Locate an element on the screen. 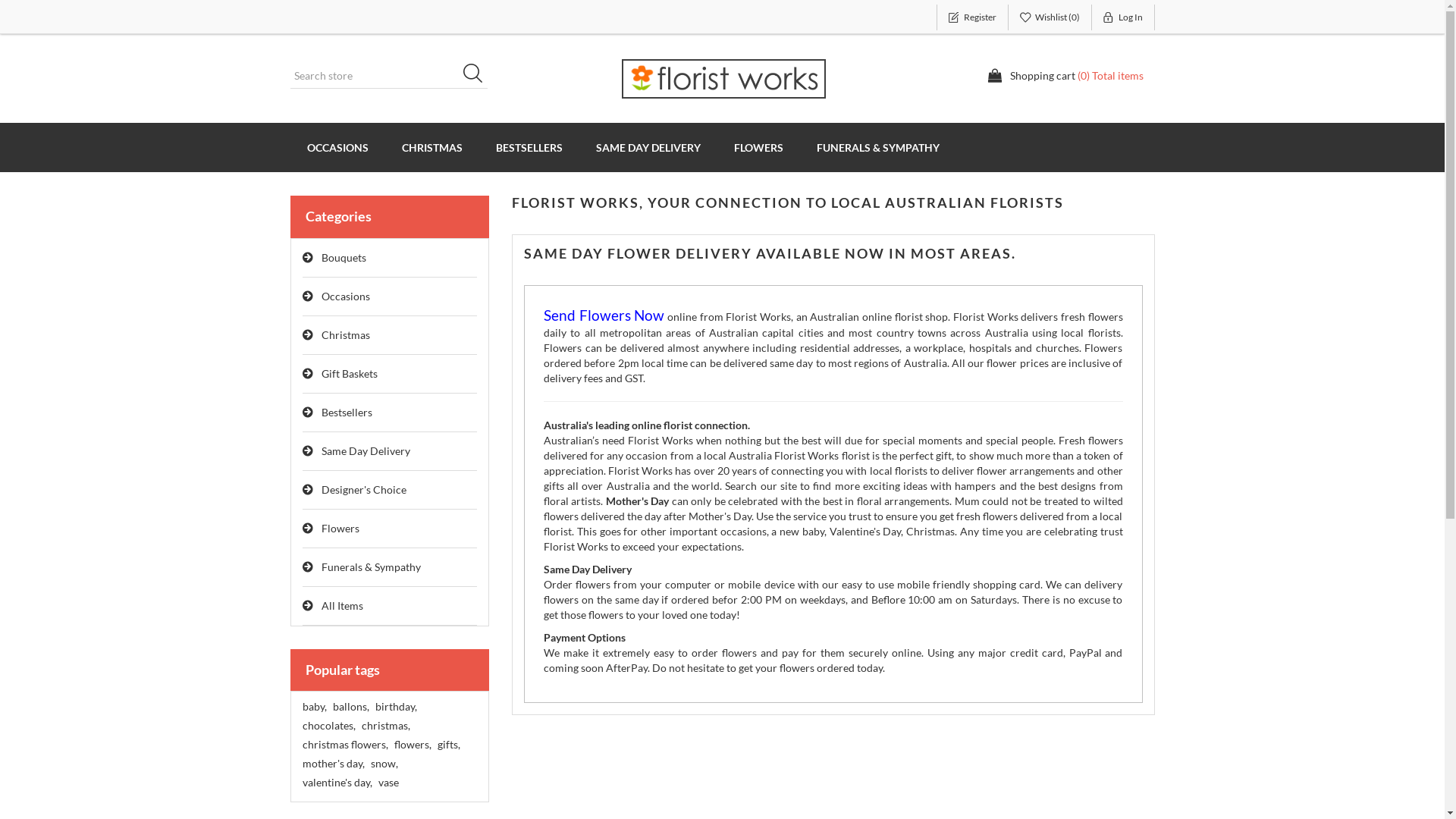  'Christmas' is located at coordinates (302, 334).